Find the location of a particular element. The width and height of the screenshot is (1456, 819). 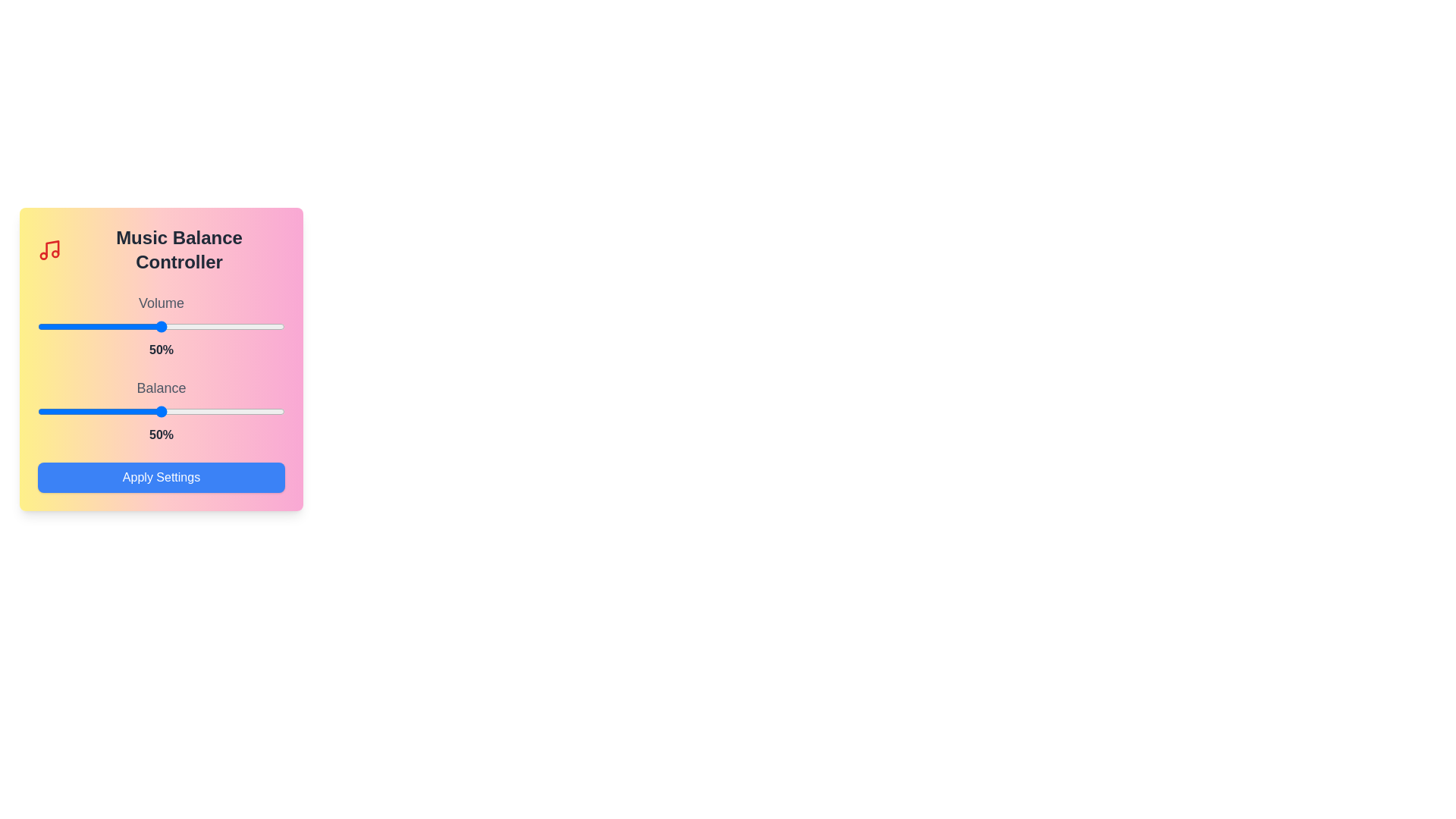

the volume slider to set the volume to 80% is located at coordinates (234, 326).